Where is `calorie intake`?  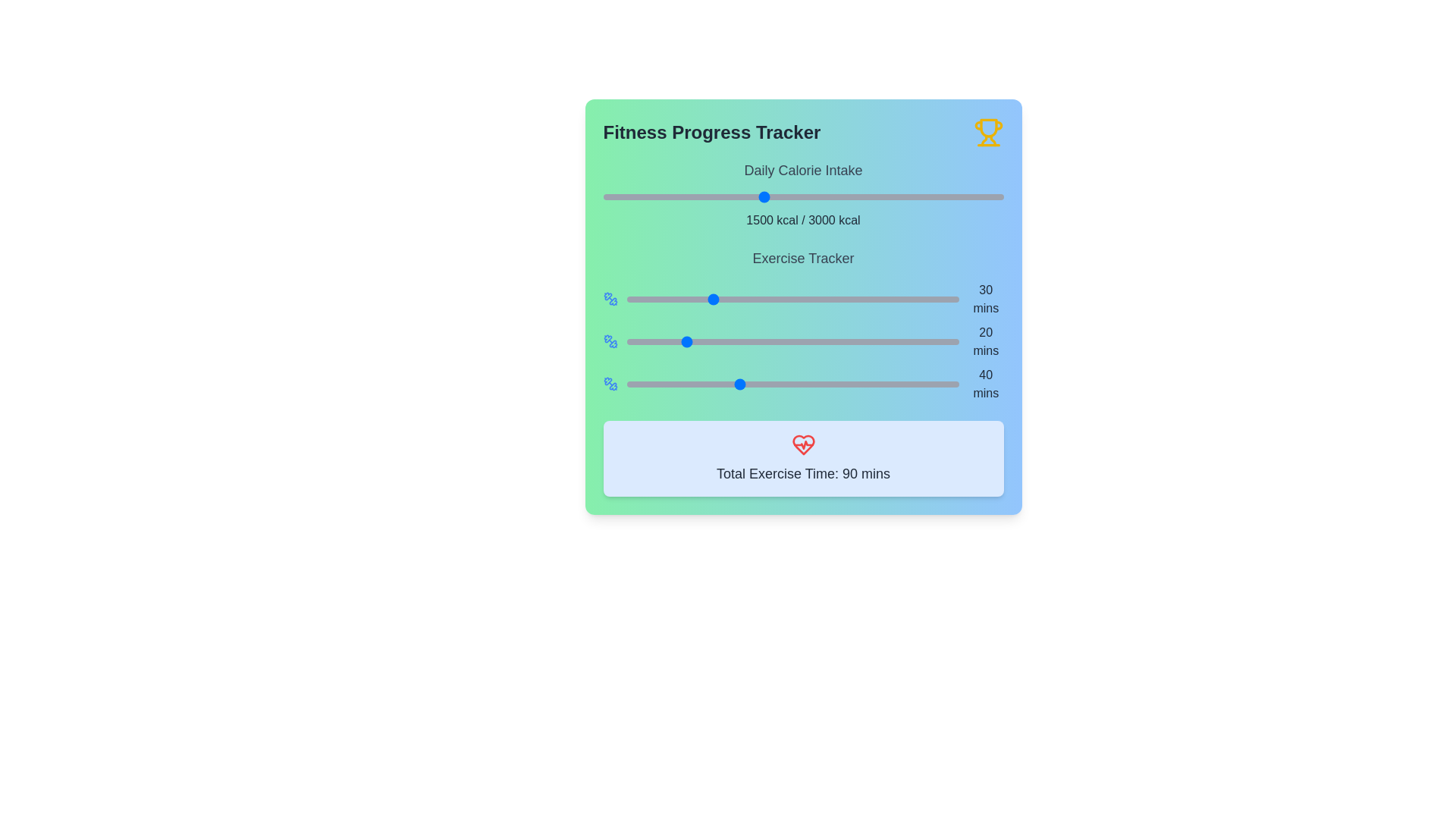 calorie intake is located at coordinates (855, 196).